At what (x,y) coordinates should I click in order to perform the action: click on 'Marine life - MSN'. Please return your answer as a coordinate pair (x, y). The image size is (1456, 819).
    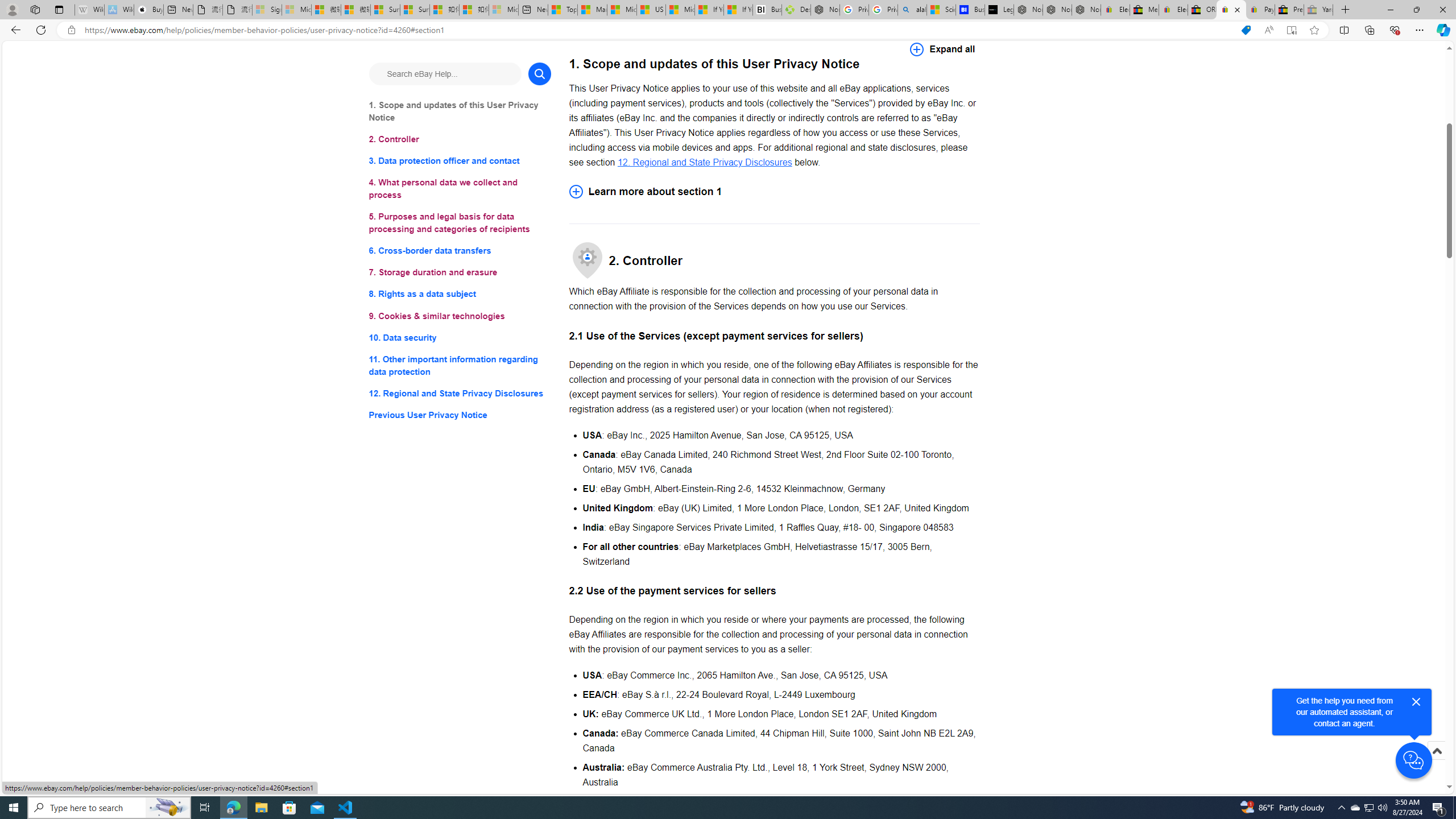
    Looking at the image, I should click on (591, 9).